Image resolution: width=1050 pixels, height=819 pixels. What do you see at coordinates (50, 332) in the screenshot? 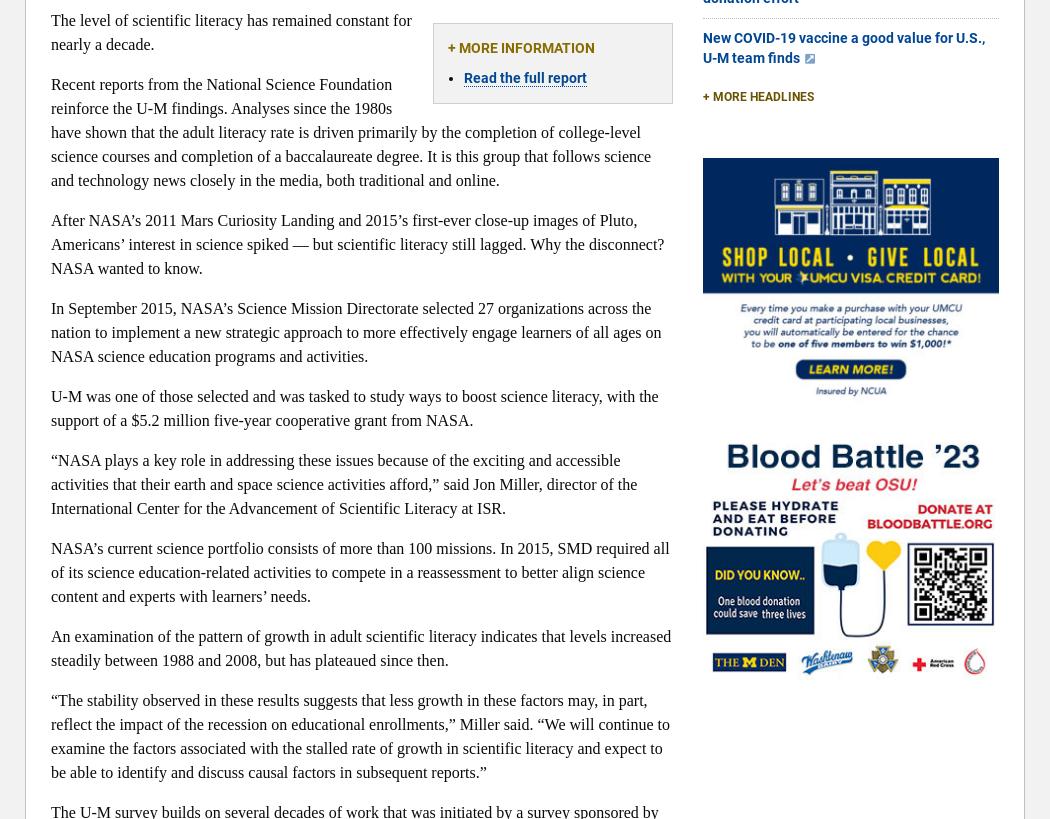
I see `'In September 2015, NASA’s Science Mission Directorate selected 27 organizations across the nation to implement a new strategic approach to more effectively engage learners of all ages on NASA science education programs and activities.'` at bounding box center [50, 332].